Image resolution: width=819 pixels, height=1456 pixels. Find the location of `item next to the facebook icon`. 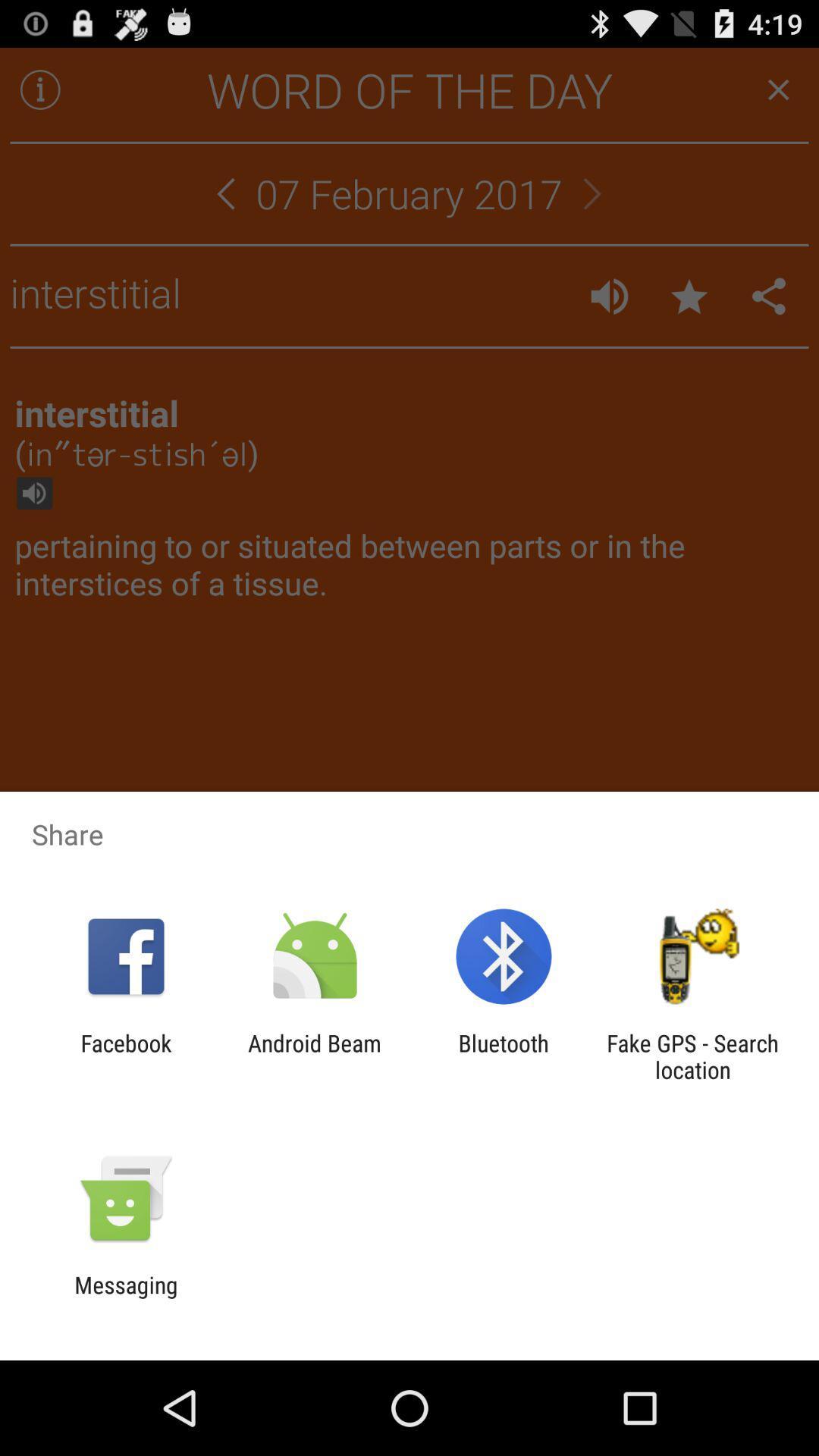

item next to the facebook icon is located at coordinates (314, 1056).